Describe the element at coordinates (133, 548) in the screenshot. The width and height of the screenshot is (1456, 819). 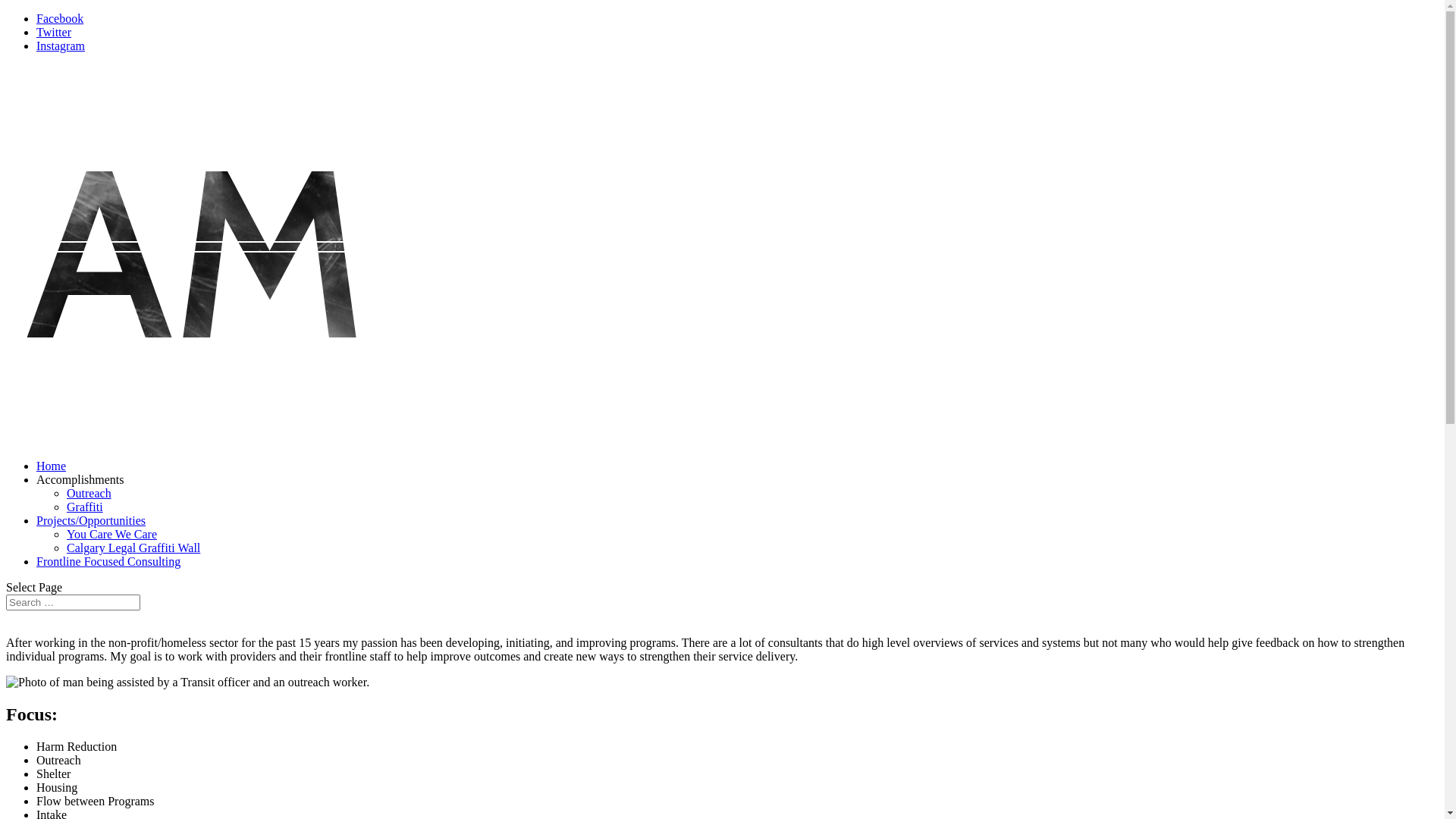
I see `'Calgary Legal Graffiti Wall'` at that location.